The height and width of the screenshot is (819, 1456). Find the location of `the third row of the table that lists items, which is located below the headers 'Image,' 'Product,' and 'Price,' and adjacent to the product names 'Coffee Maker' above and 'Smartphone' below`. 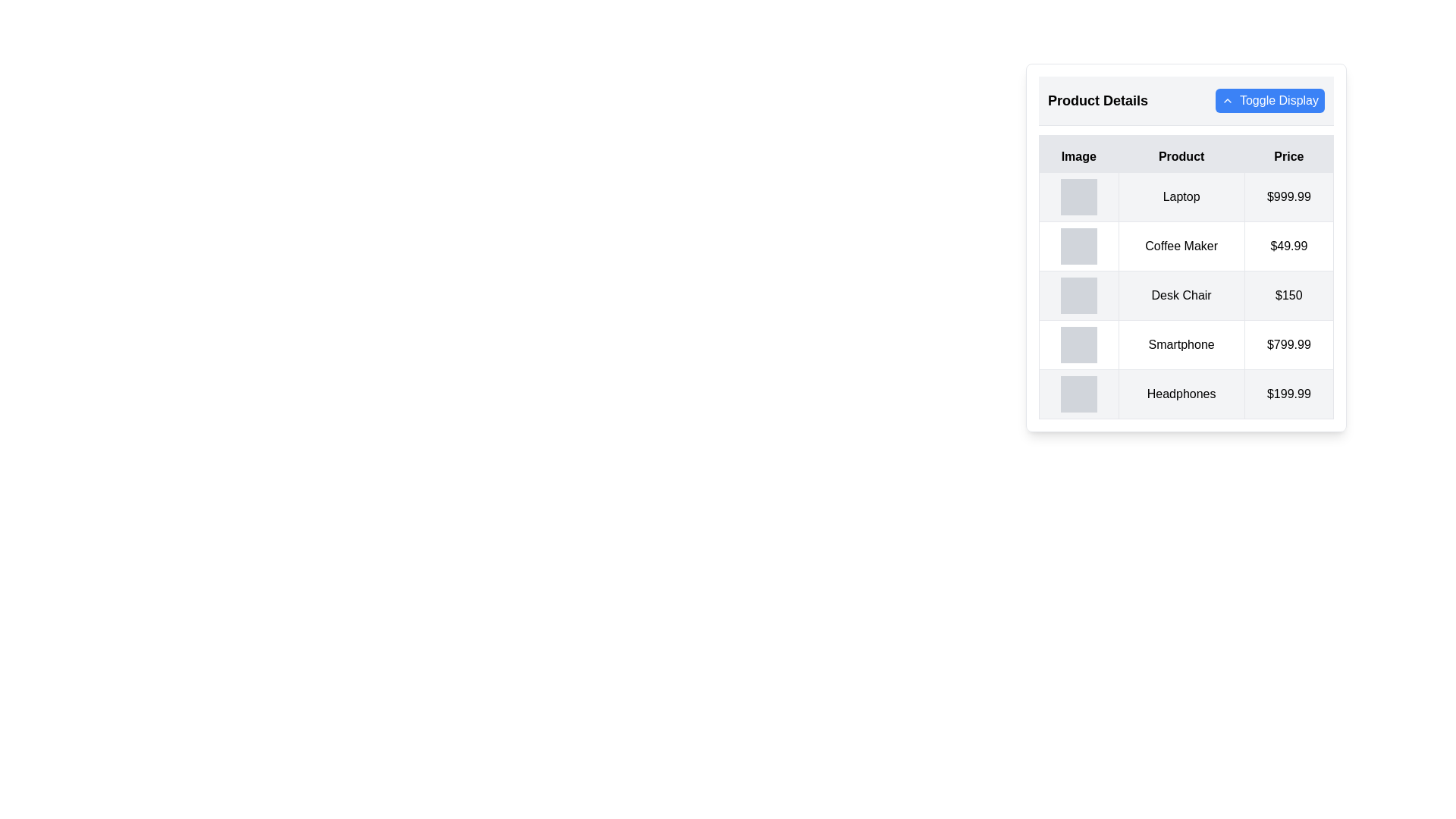

the third row of the table that lists items, which is located below the headers 'Image,' 'Product,' and 'Price,' and adjacent to the product names 'Coffee Maker' above and 'Smartphone' below is located at coordinates (1185, 295).